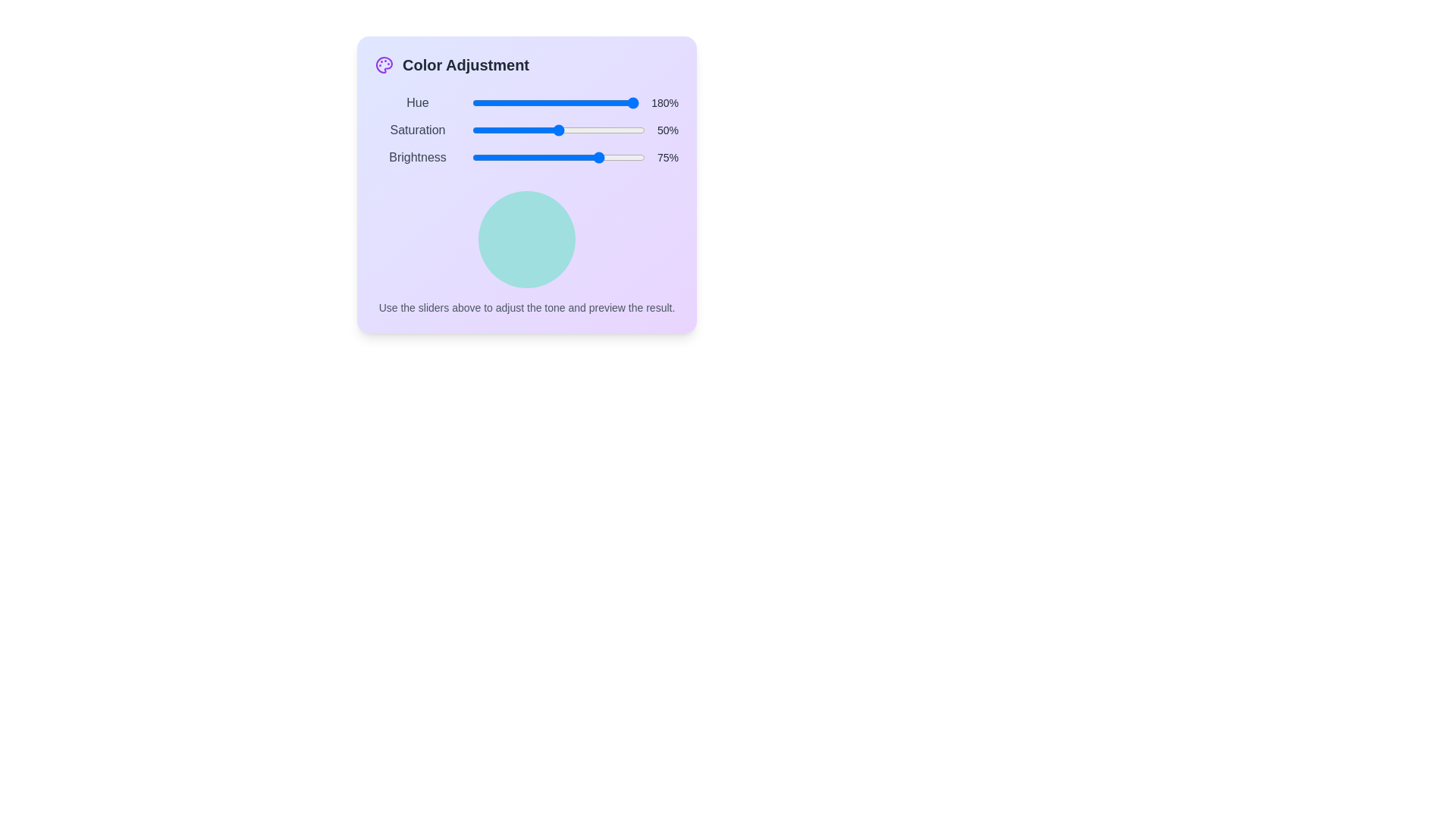  I want to click on the 1 slider to 41% to observe the resulting color in the preview circle, so click(541, 130).